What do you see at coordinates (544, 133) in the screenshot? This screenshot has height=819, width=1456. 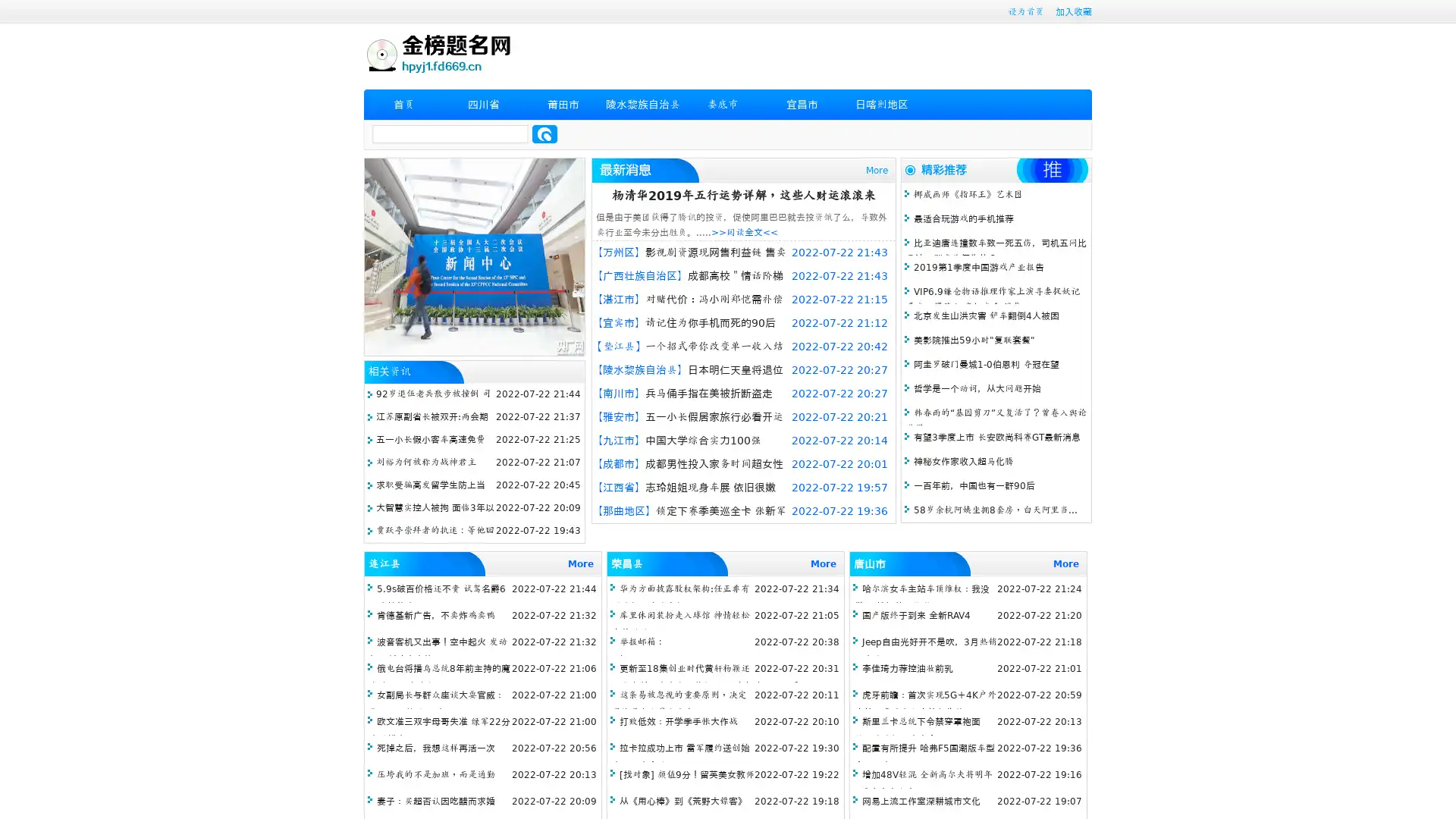 I see `Search` at bounding box center [544, 133].